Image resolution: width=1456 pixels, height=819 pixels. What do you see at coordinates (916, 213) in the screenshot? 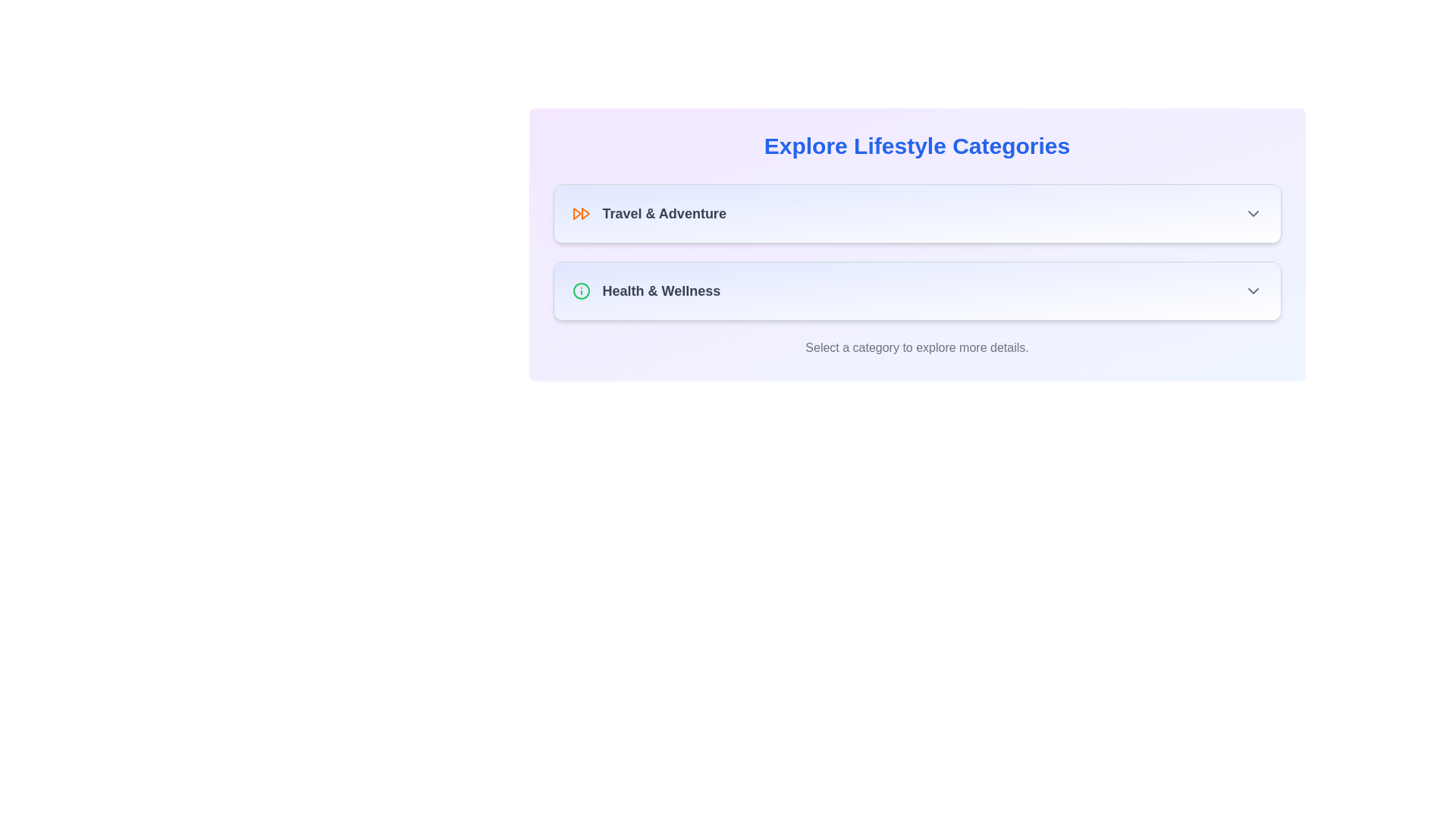
I see `the interactive button labeled 'Travel & Adventure'` at bounding box center [916, 213].